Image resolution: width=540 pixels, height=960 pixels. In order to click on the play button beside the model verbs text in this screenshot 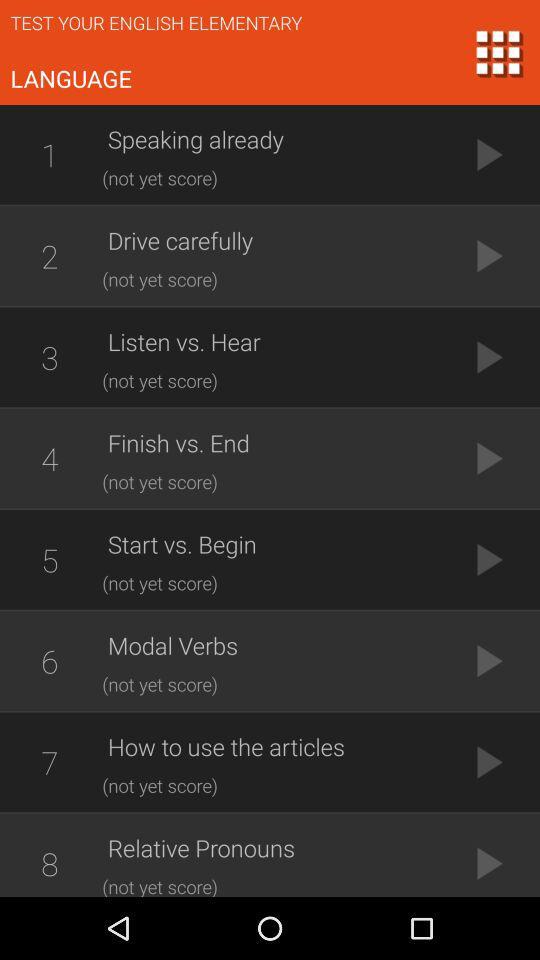, I will do `click(488, 659)`.